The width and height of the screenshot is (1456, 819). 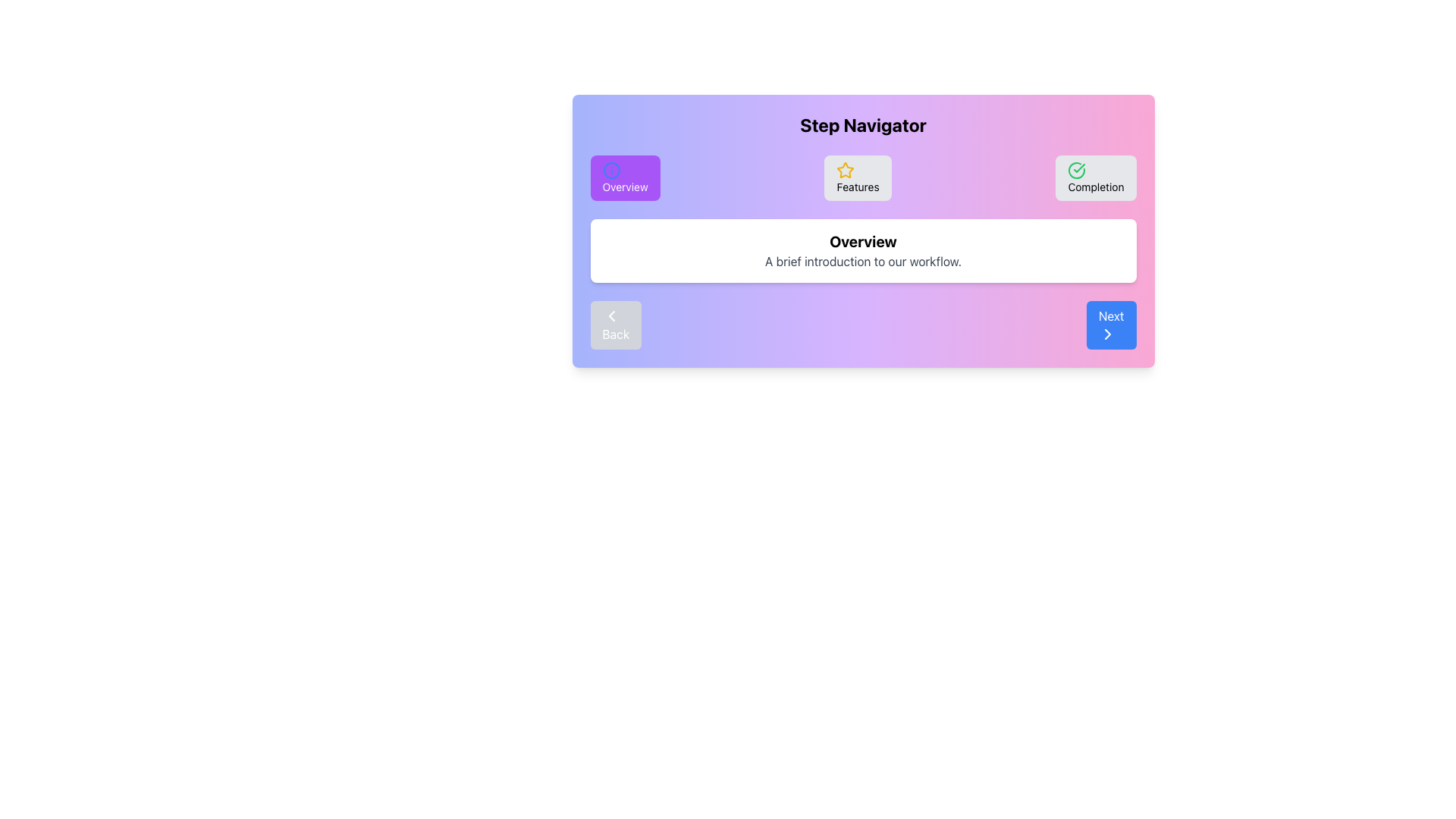 What do you see at coordinates (845, 170) in the screenshot?
I see `the star-shaped icon outlined in yellow, which represents the 'Features' step in the Step Navigator section, located centrally on the navigation bar` at bounding box center [845, 170].